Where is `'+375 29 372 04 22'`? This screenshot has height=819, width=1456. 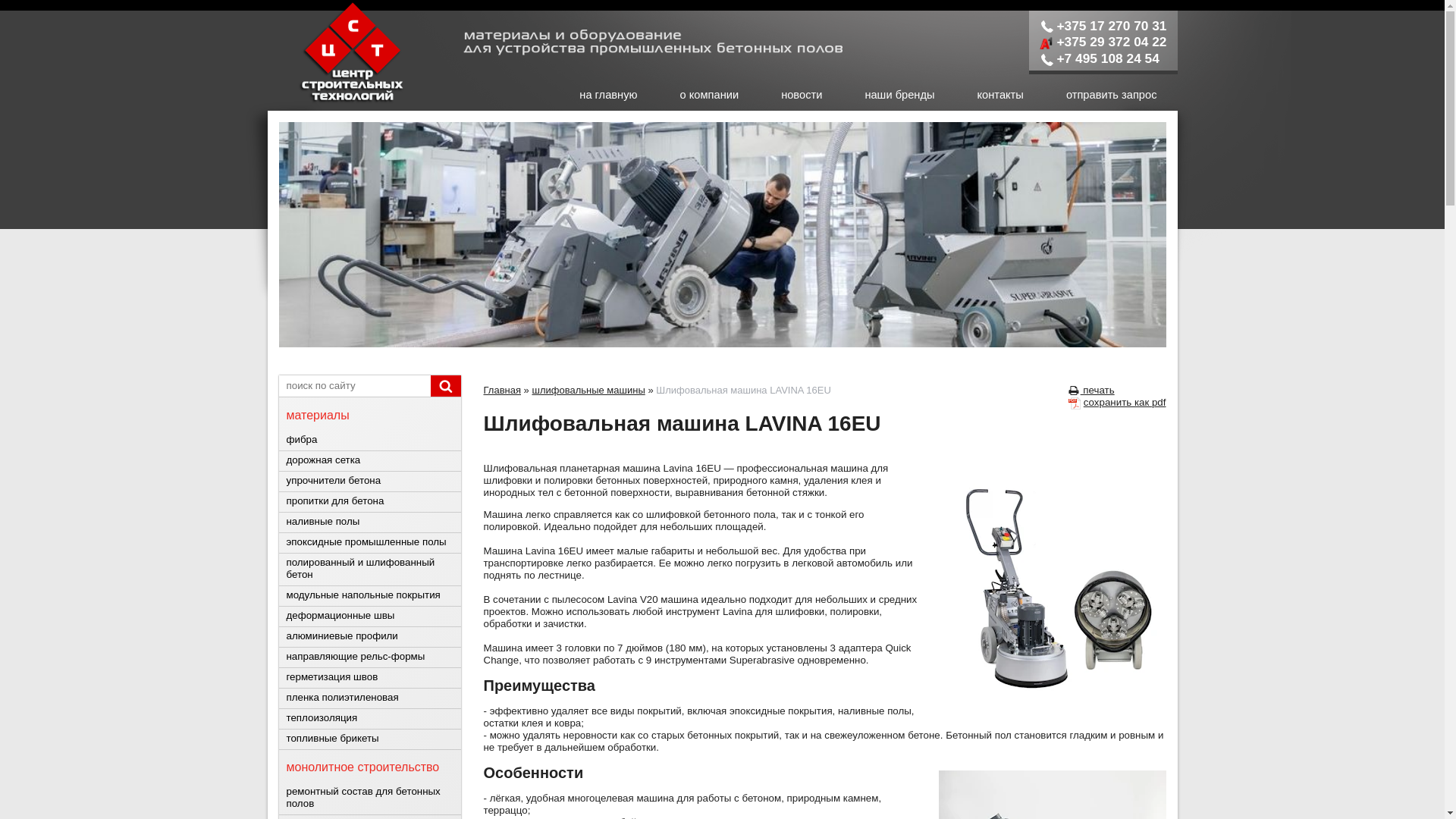
'+375 29 372 04 22' is located at coordinates (1103, 40).